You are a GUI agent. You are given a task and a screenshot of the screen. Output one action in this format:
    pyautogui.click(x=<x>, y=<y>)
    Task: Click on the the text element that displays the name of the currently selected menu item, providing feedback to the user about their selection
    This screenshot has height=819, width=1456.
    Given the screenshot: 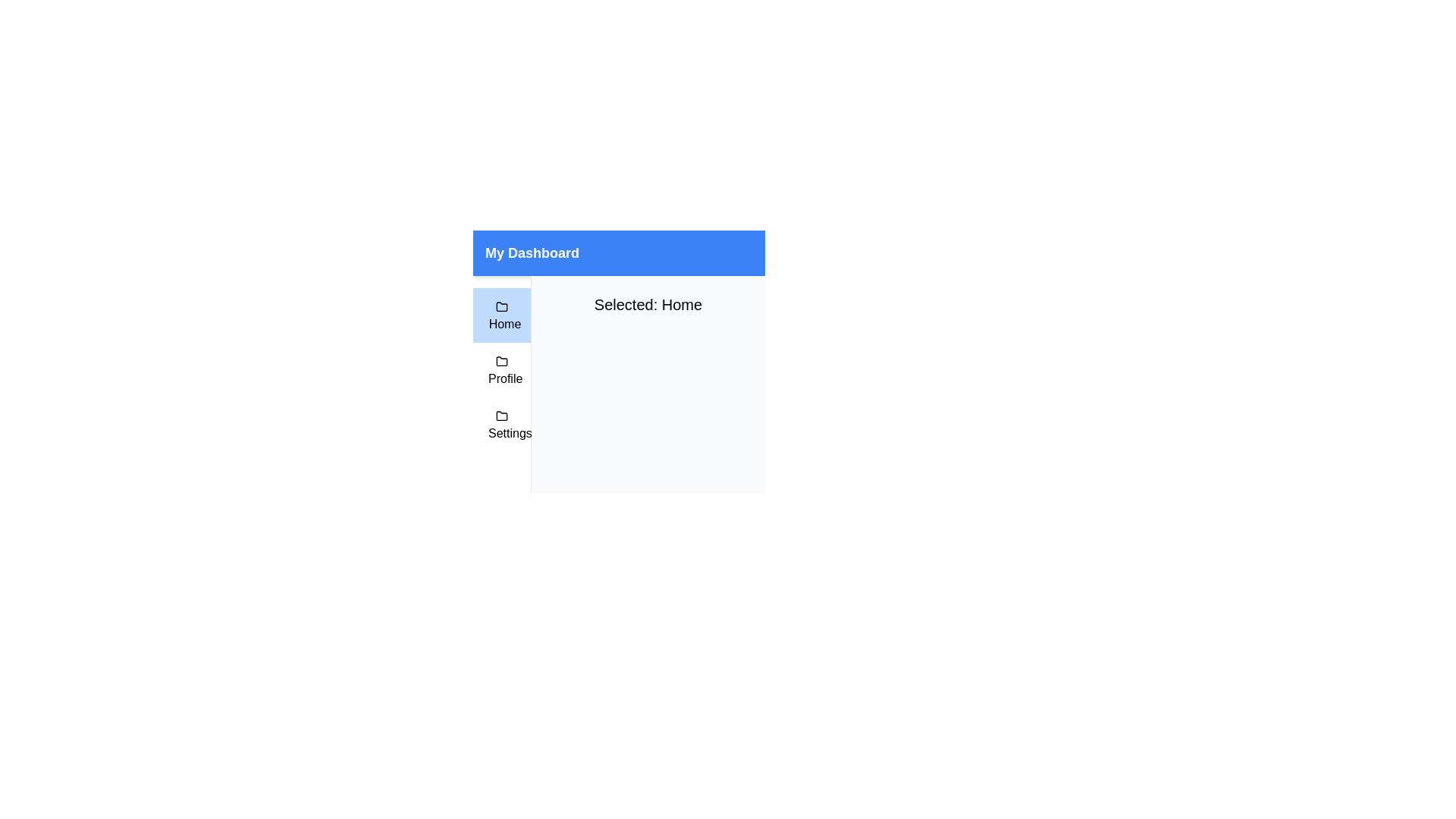 What is the action you would take?
    pyautogui.click(x=648, y=304)
    